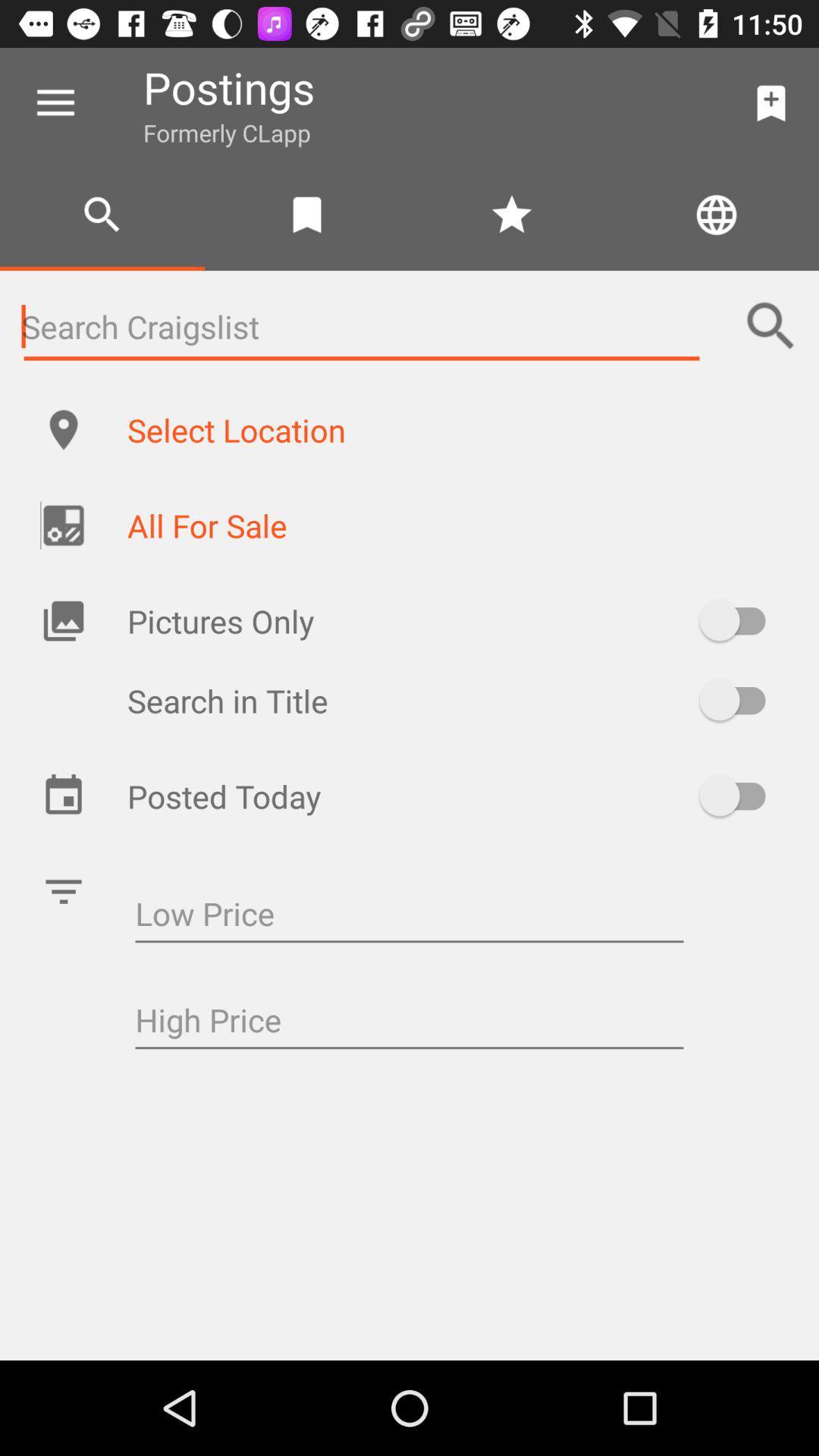  I want to click on on, so click(739, 699).